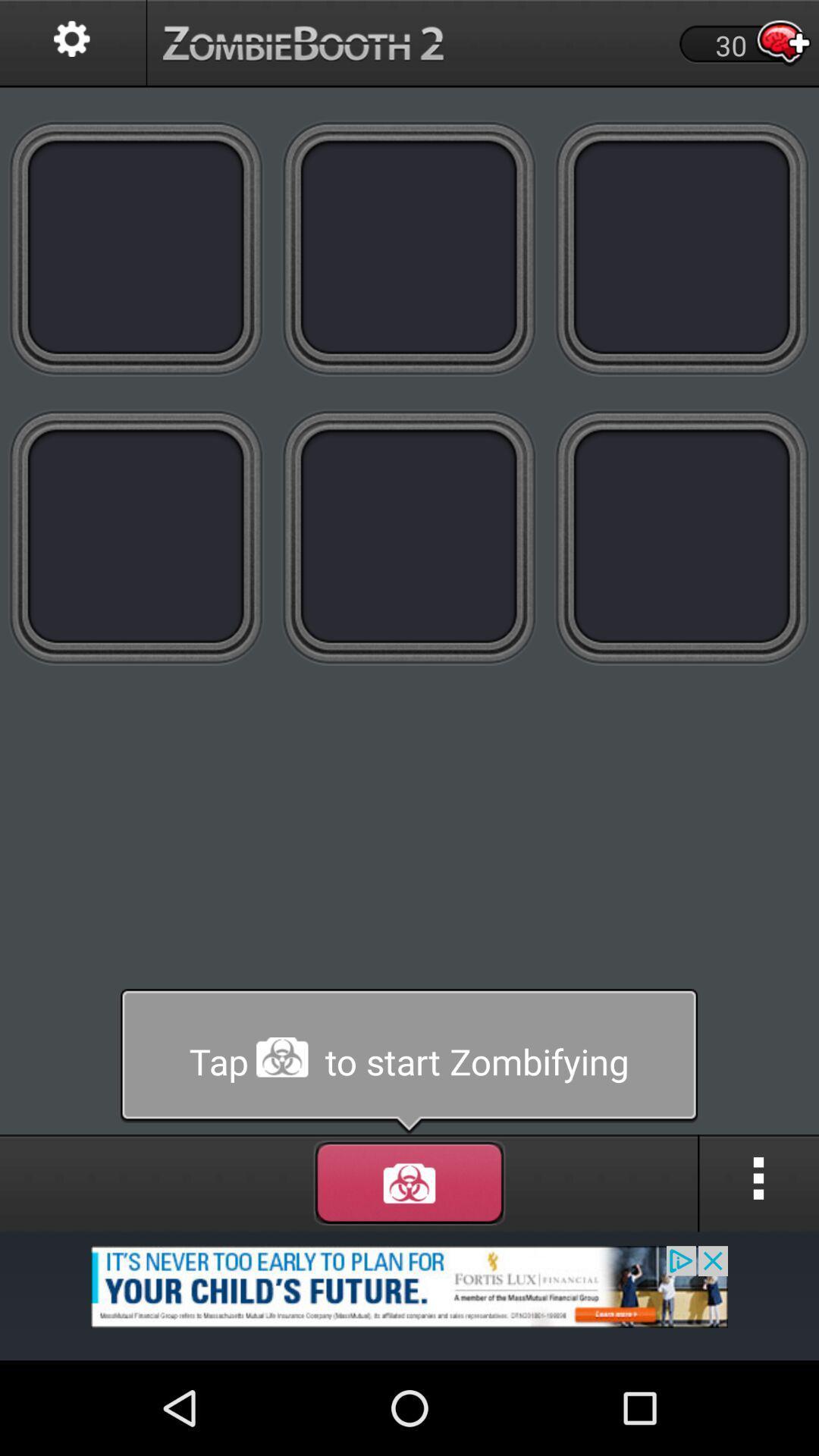  What do you see at coordinates (136, 247) in the screenshot?
I see `game page` at bounding box center [136, 247].